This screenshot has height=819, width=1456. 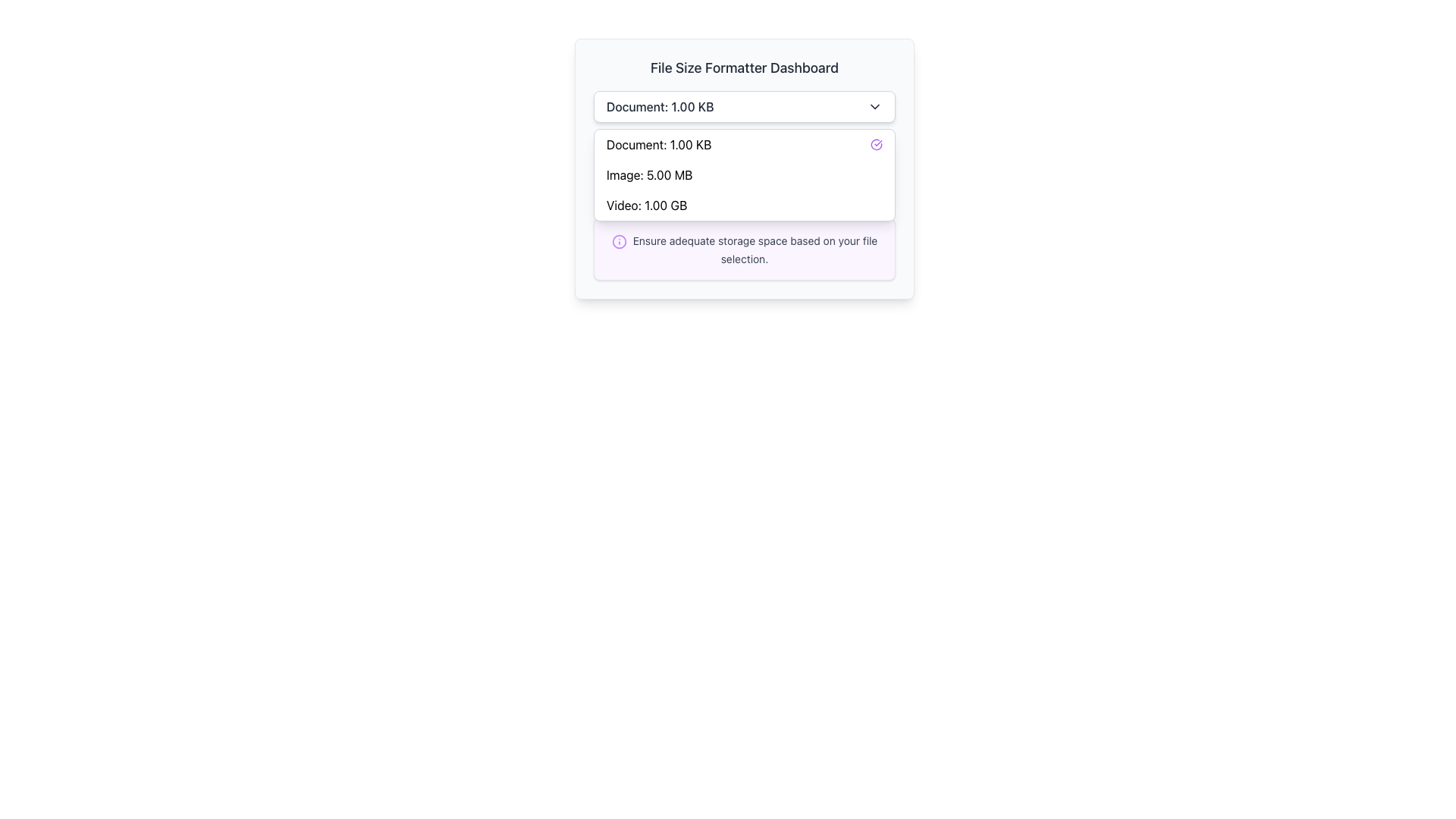 I want to click on the circular icon with a purple border located before the text 'Ensure adequate storage space based on your file selection' in the 'File Size Formatter Dashboard', so click(x=619, y=240).